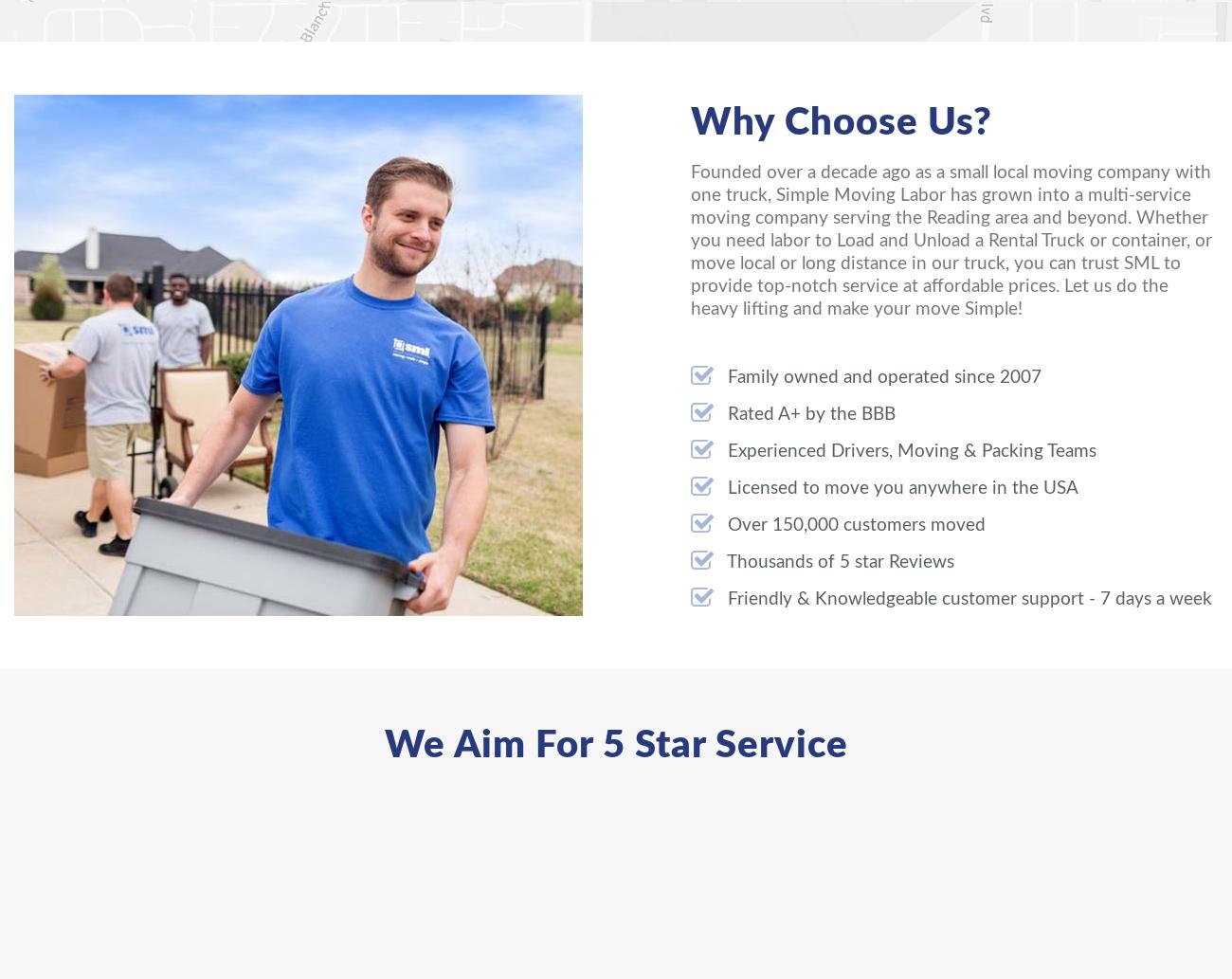 The height and width of the screenshot is (979, 1232). Describe the element at coordinates (841, 122) in the screenshot. I see `'Why Choose Us?'` at that location.